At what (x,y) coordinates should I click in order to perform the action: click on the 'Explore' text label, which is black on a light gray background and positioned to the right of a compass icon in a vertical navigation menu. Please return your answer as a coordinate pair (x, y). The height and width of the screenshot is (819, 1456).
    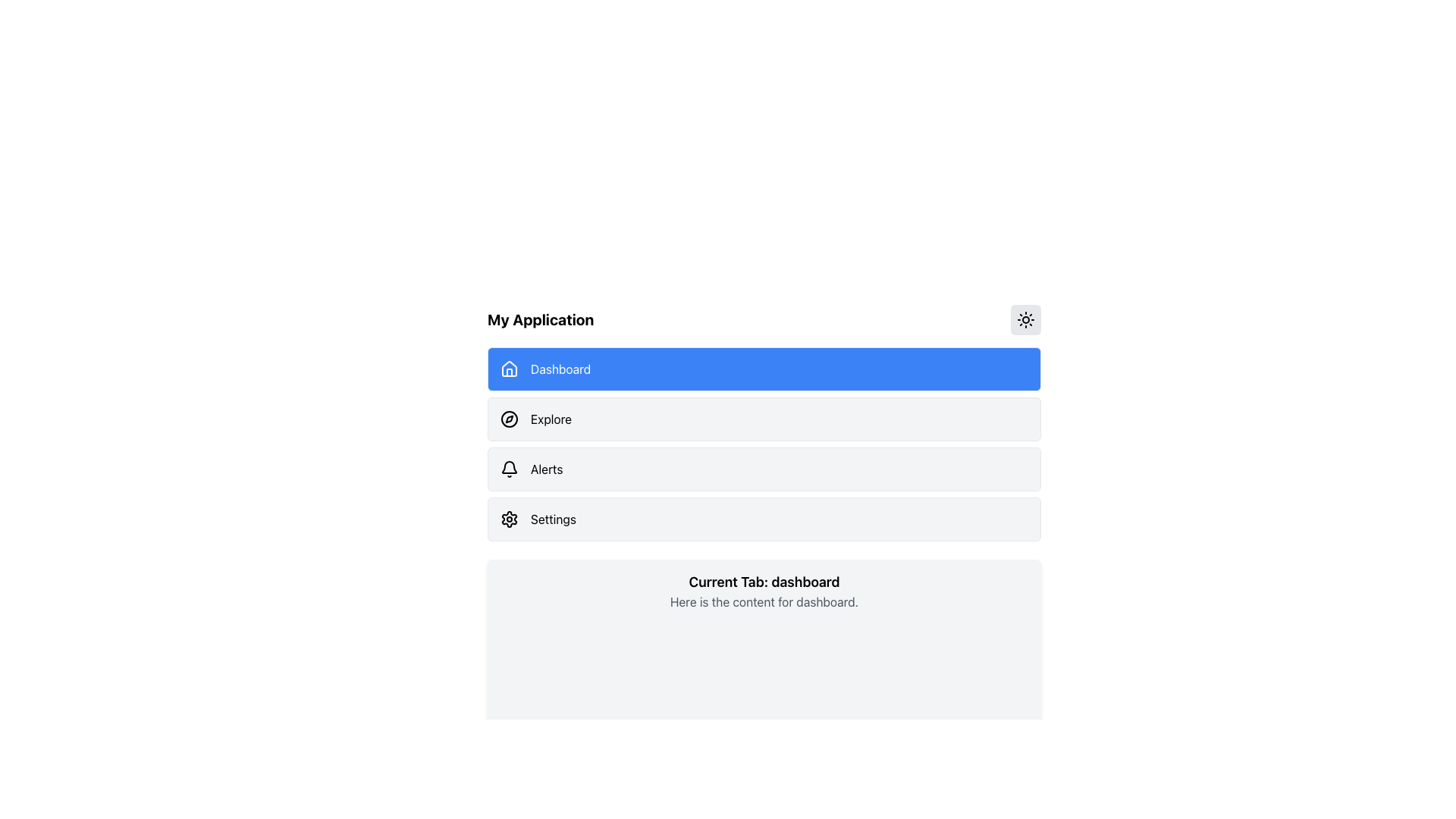
    Looking at the image, I should click on (550, 419).